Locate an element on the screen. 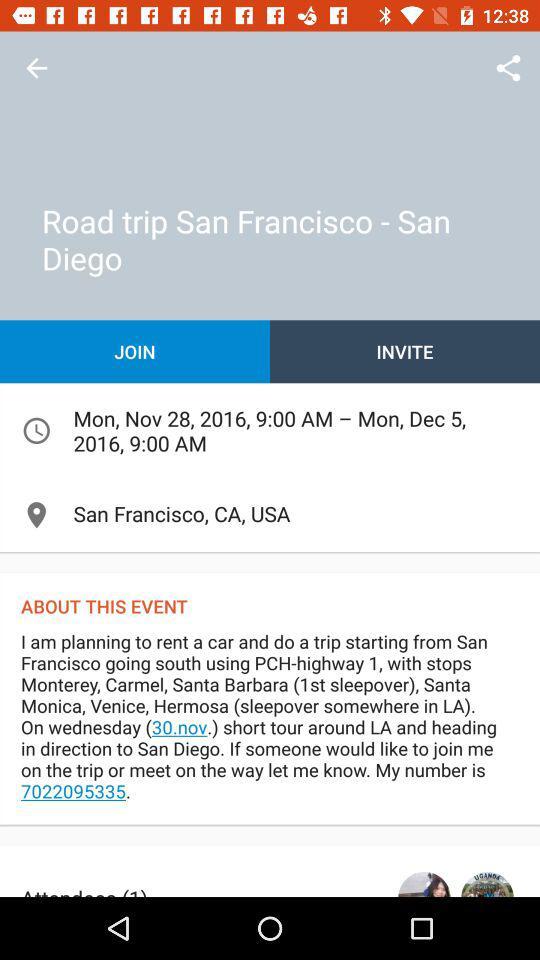  the item to the left of the invite is located at coordinates (135, 351).